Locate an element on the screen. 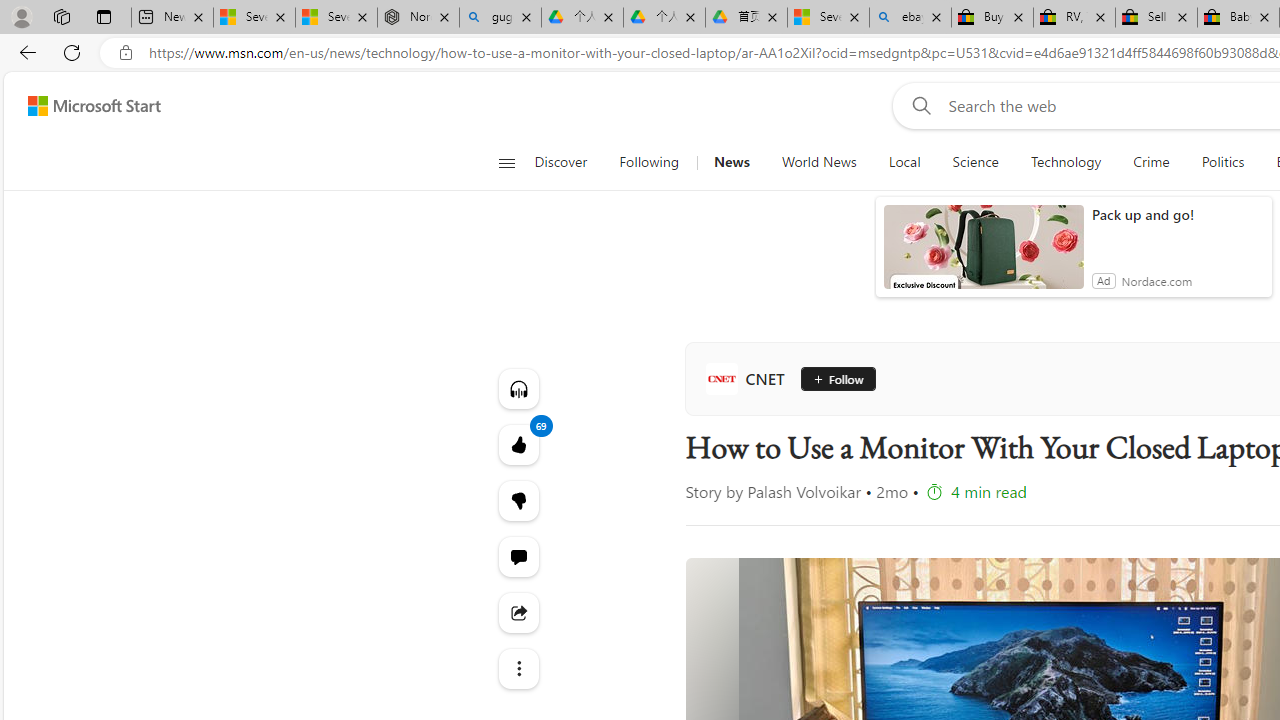 The width and height of the screenshot is (1280, 720). 'guge yunpan - Search' is located at coordinates (500, 17).